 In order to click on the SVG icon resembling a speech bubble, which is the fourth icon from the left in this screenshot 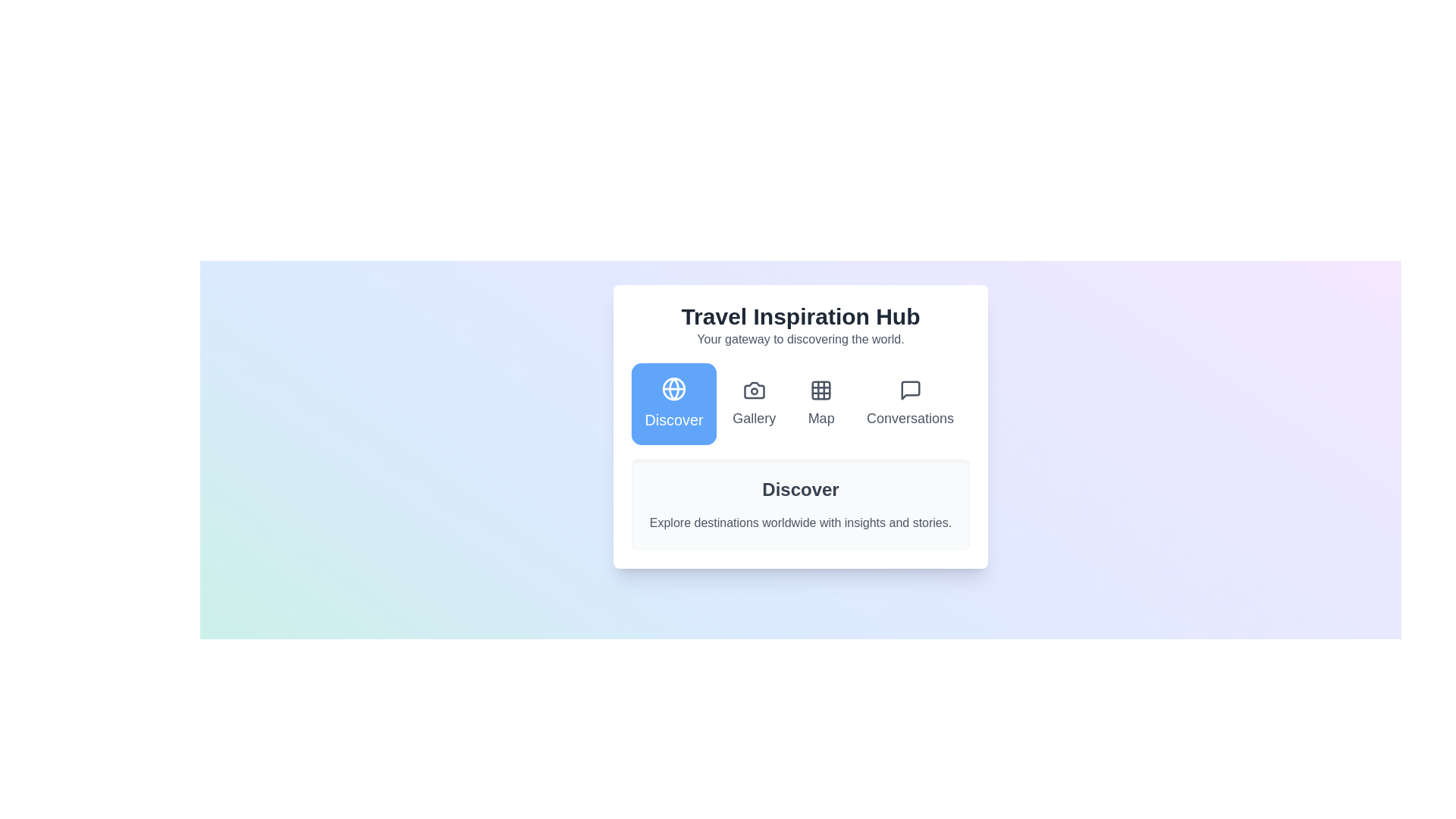, I will do `click(910, 390)`.